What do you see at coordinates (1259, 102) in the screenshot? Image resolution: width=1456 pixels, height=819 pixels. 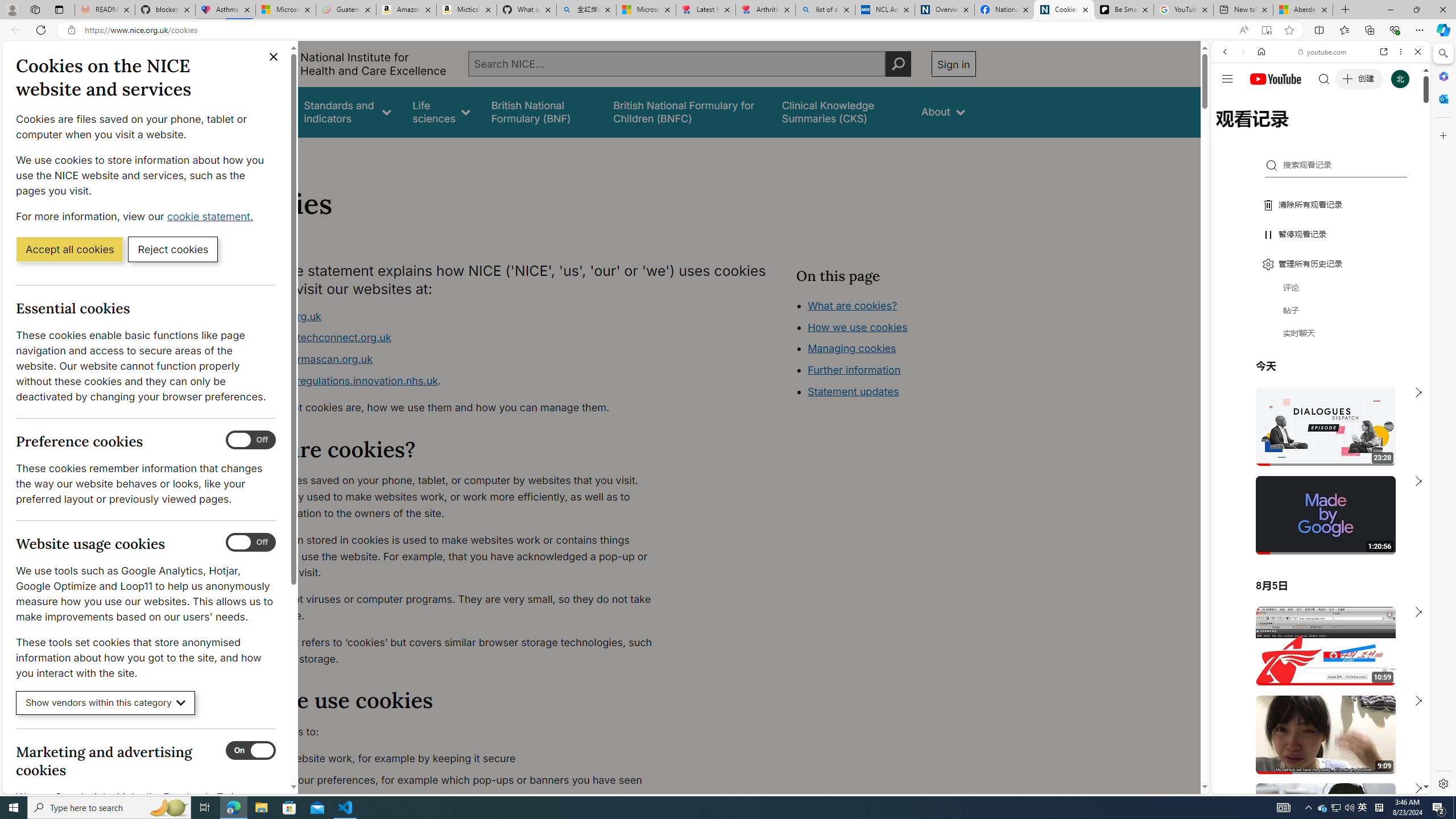 I see `'This site scope'` at bounding box center [1259, 102].